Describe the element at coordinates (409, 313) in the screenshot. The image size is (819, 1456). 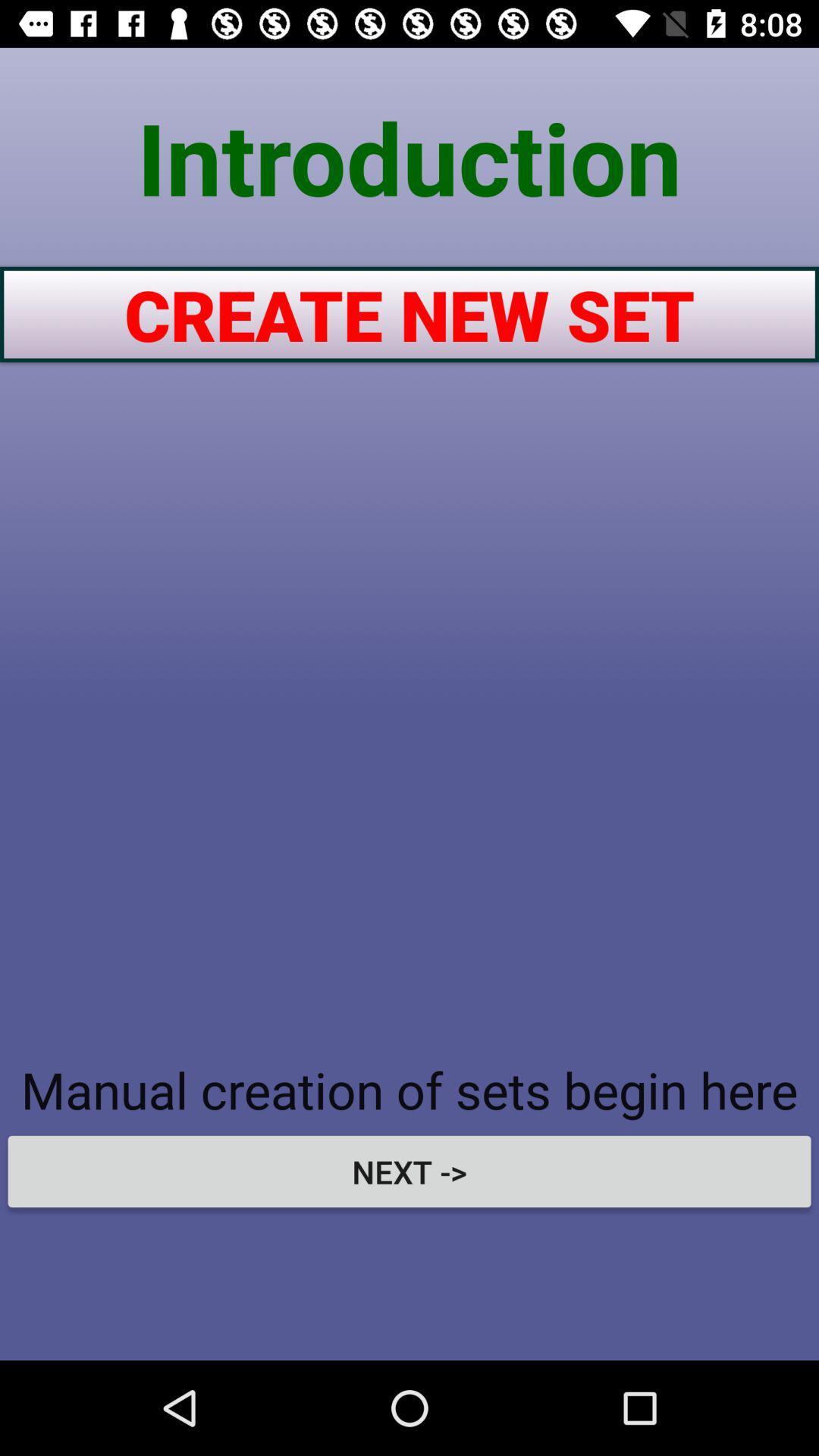
I see `create new set button` at that location.